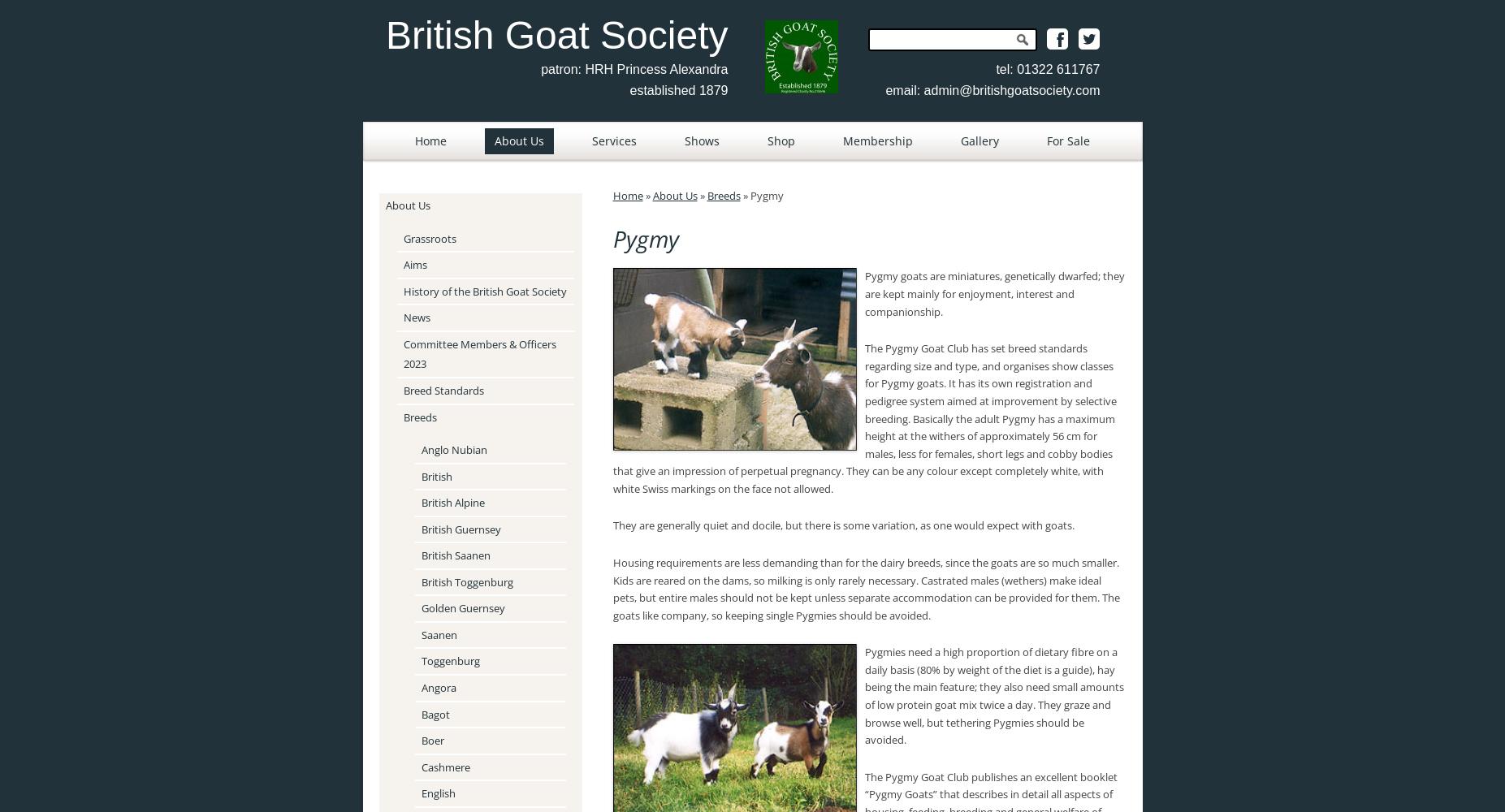  I want to click on 'Aims', so click(413, 264).